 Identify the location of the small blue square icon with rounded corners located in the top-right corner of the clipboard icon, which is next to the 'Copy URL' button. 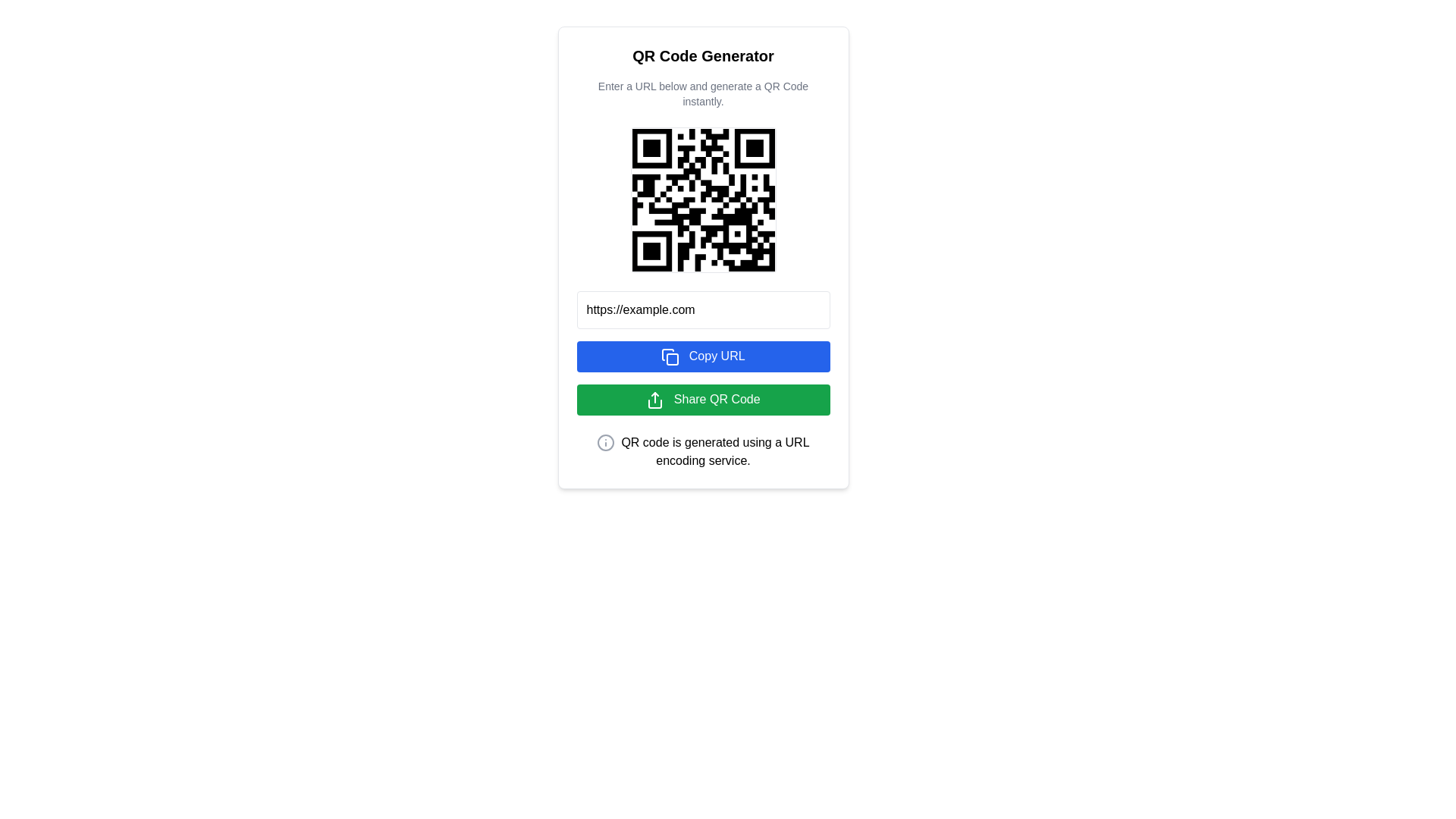
(672, 359).